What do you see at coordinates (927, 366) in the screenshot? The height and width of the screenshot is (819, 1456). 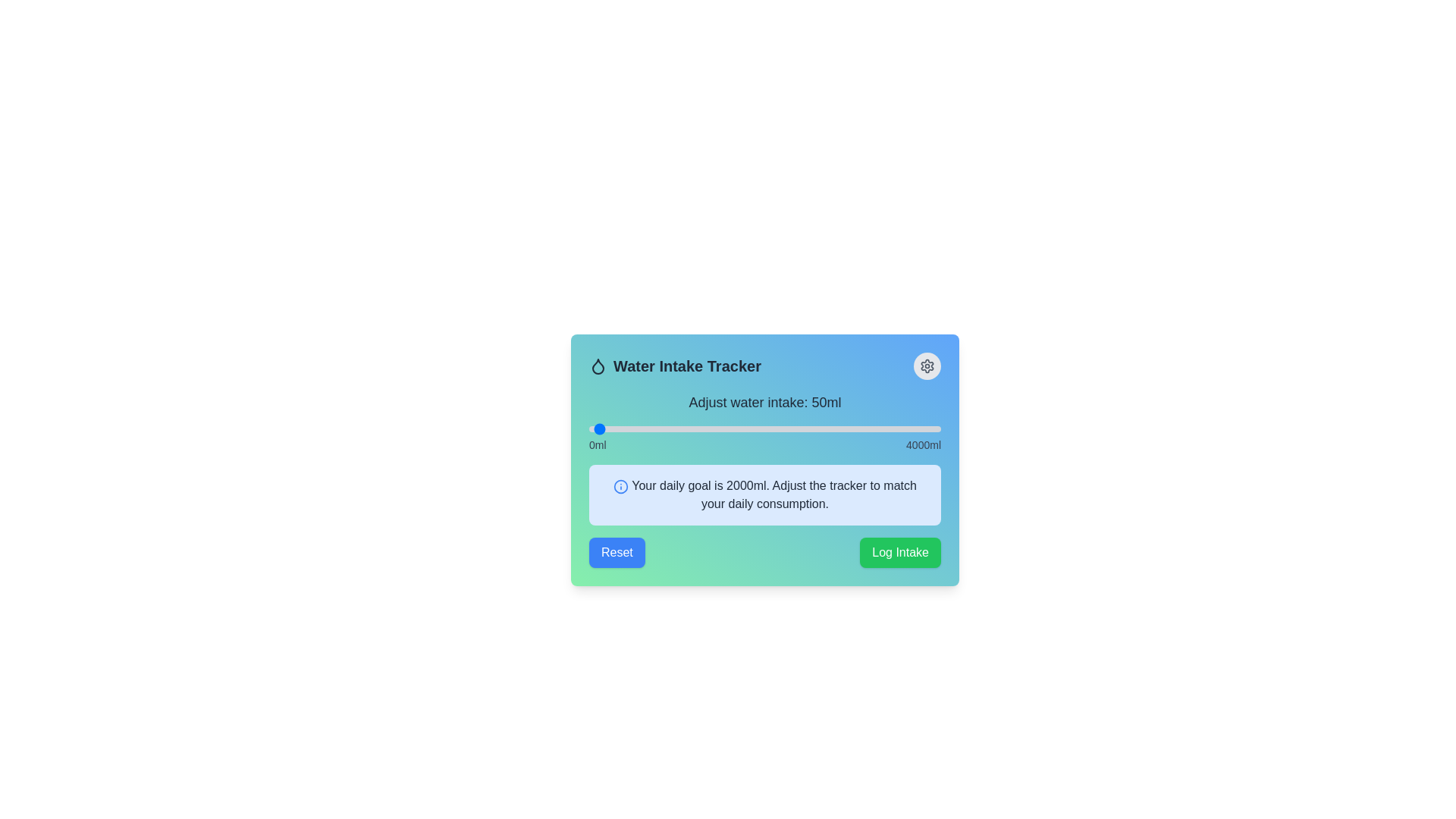 I see `the cogwheel-shaped icon located` at bounding box center [927, 366].